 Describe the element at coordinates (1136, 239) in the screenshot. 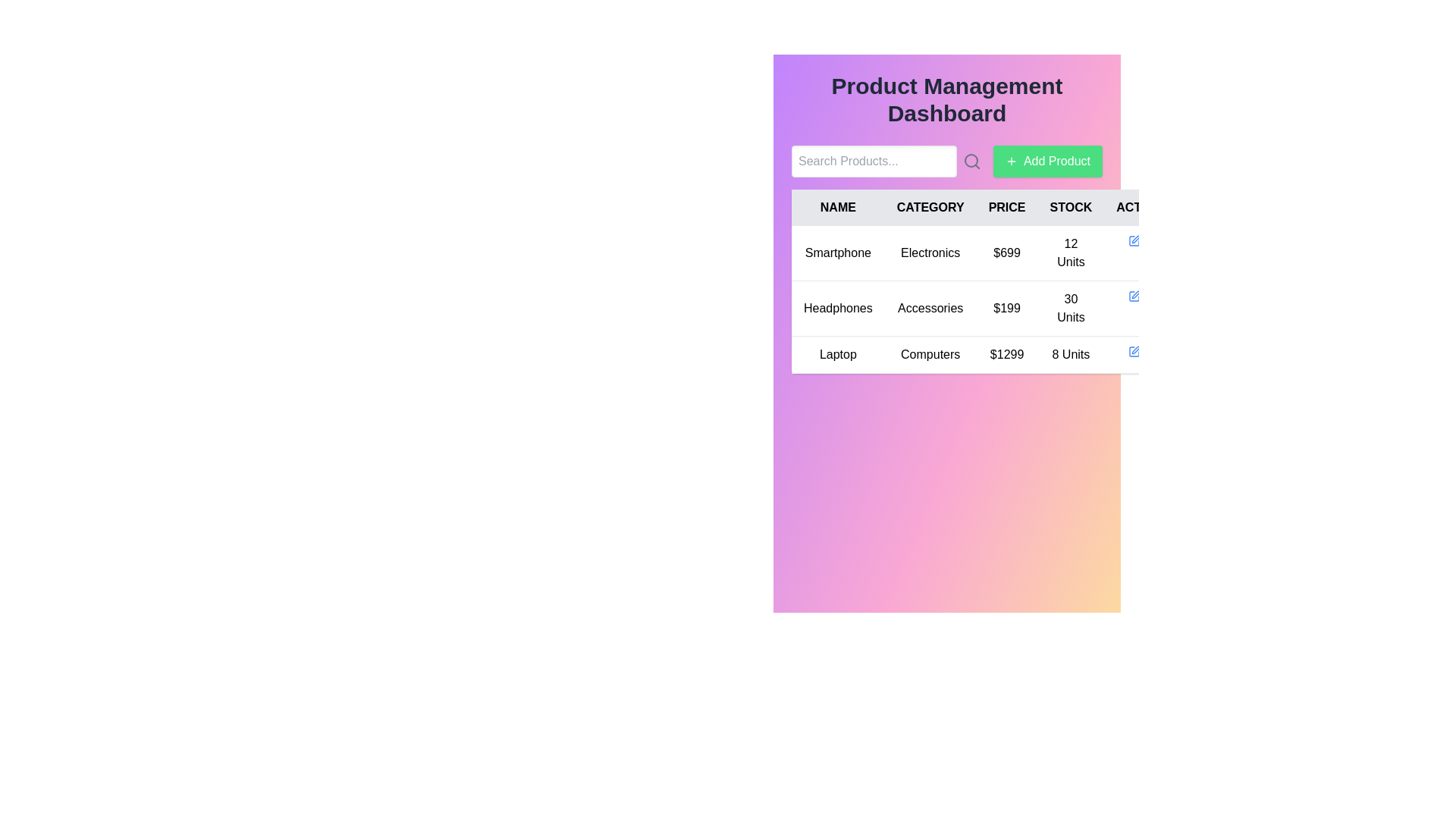

I see `the 'edit' vector graphic icon located to the right of the 'Smartphone' row under the 'ACTION' column` at that location.